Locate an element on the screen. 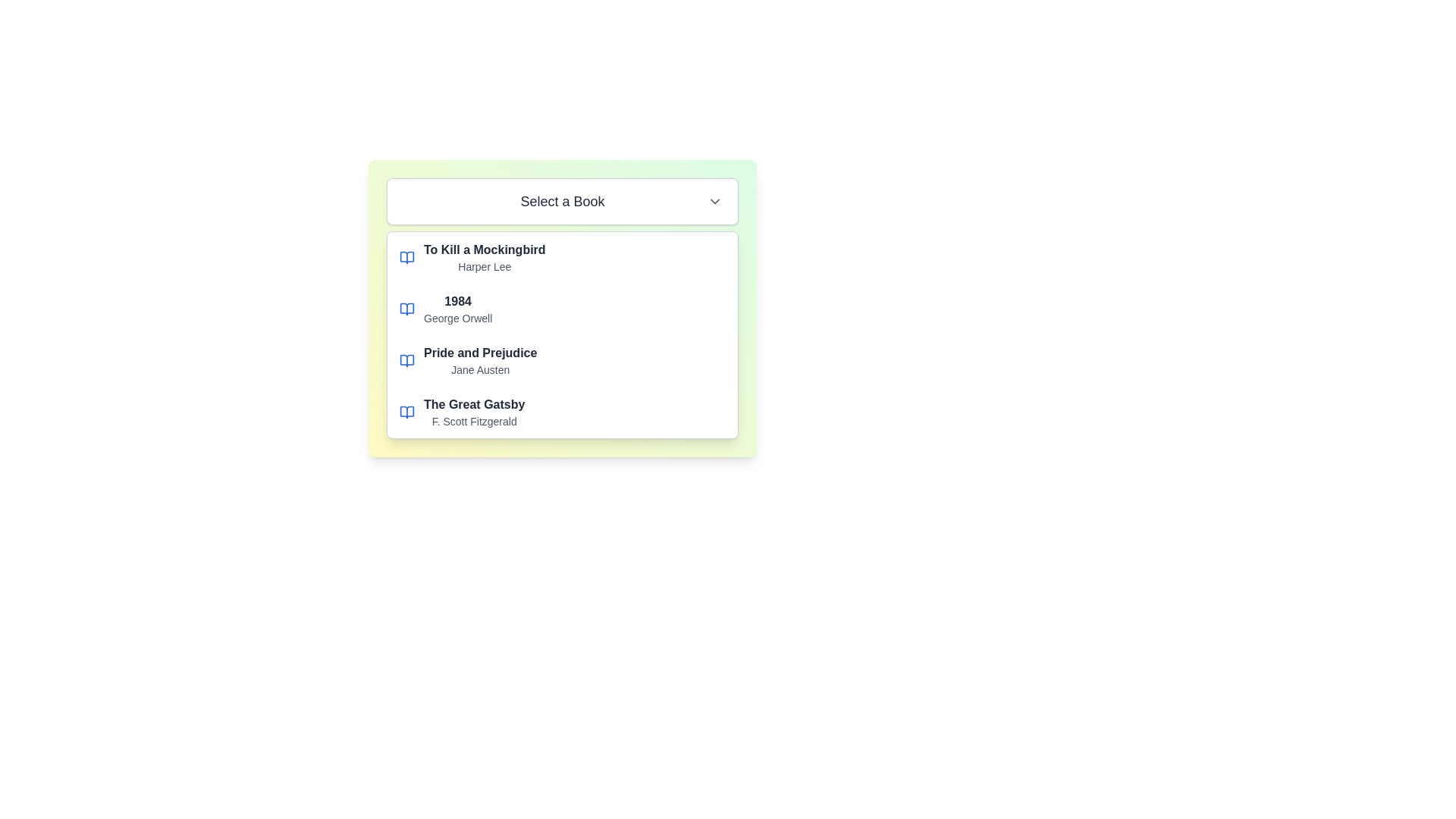 This screenshot has height=819, width=1456. the text display element showing the title '1984' by George Orwell, which is the second item in the dropdown panel list is located at coordinates (457, 309).